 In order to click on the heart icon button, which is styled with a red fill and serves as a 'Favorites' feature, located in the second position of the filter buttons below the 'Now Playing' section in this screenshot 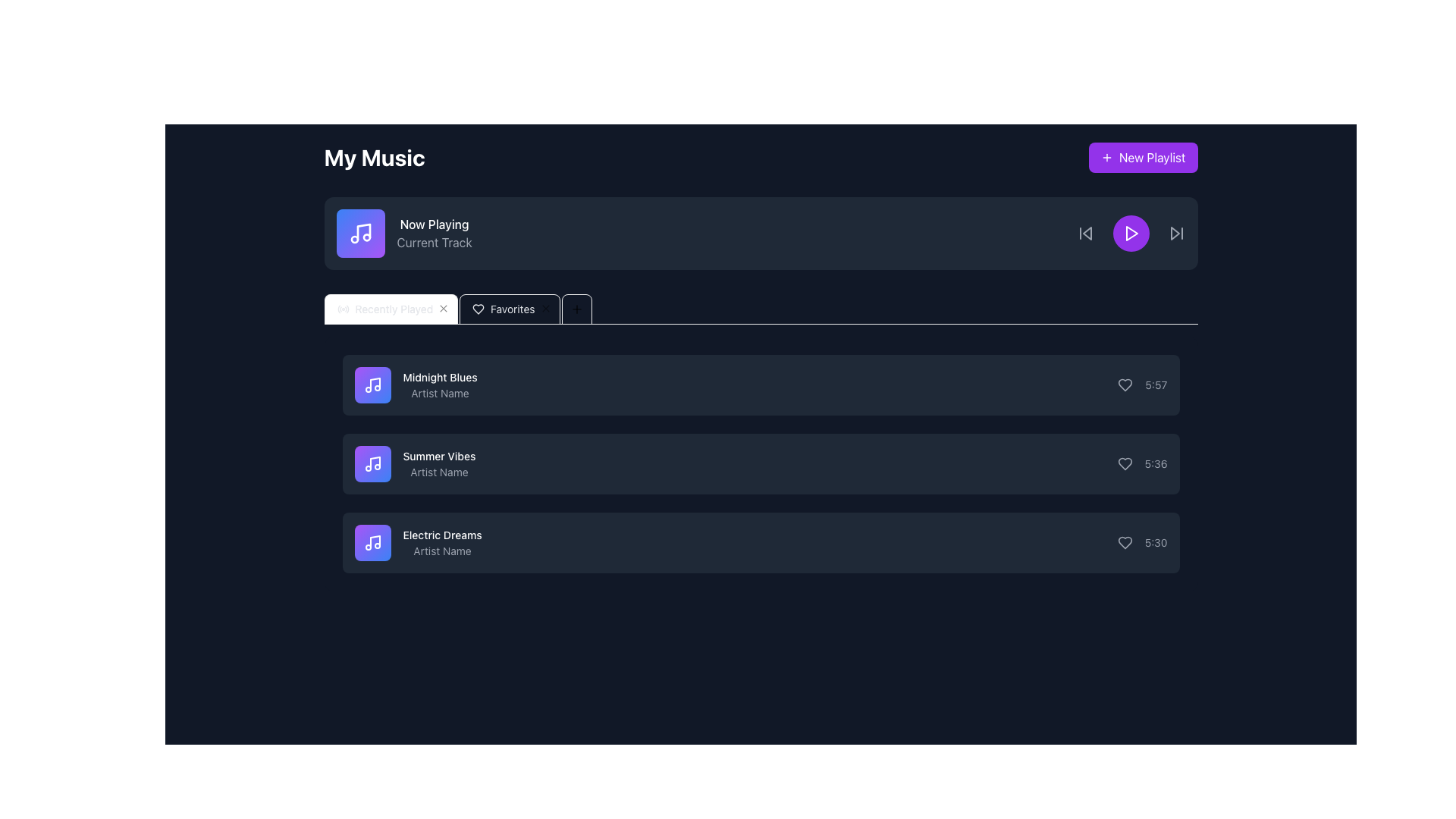, I will do `click(477, 309)`.